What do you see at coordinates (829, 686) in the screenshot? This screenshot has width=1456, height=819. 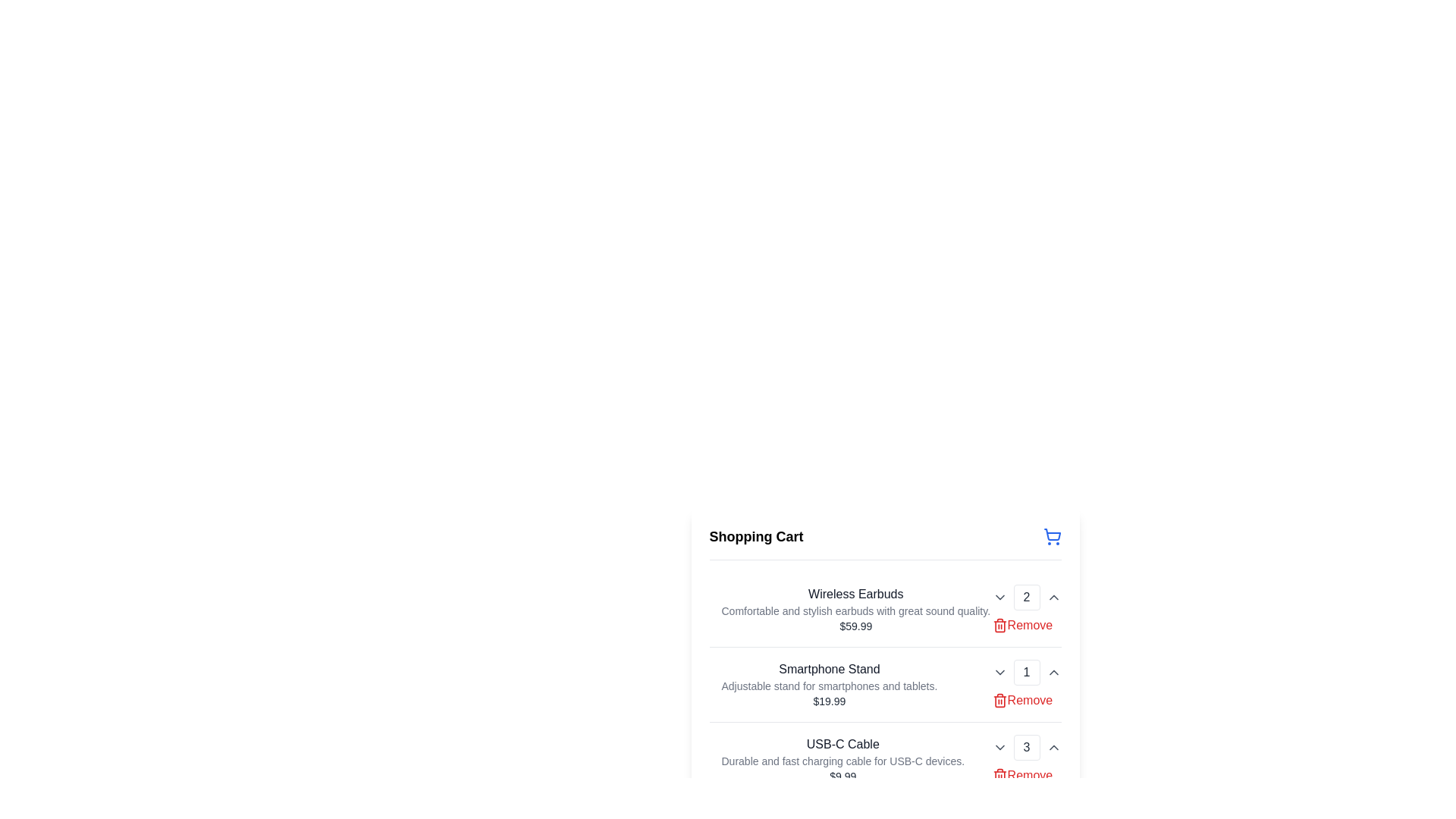 I see `the text label that displays 'Adjustable stand for smartphones and tablets.' in gray color, located below the product name 'Smartphone Stand' in the shopping cart interface` at bounding box center [829, 686].